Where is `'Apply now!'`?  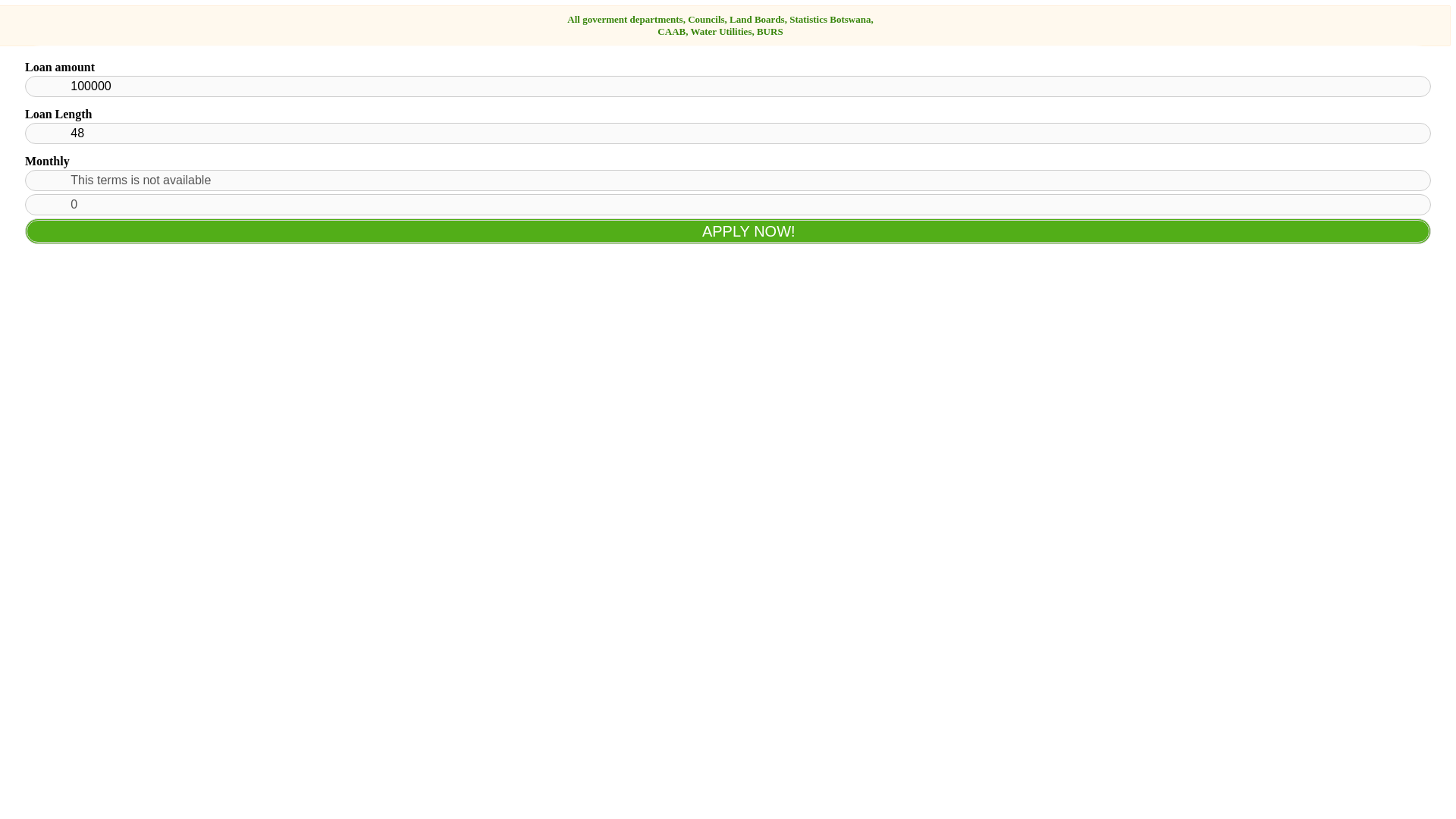 'Apply now!' is located at coordinates (728, 231).